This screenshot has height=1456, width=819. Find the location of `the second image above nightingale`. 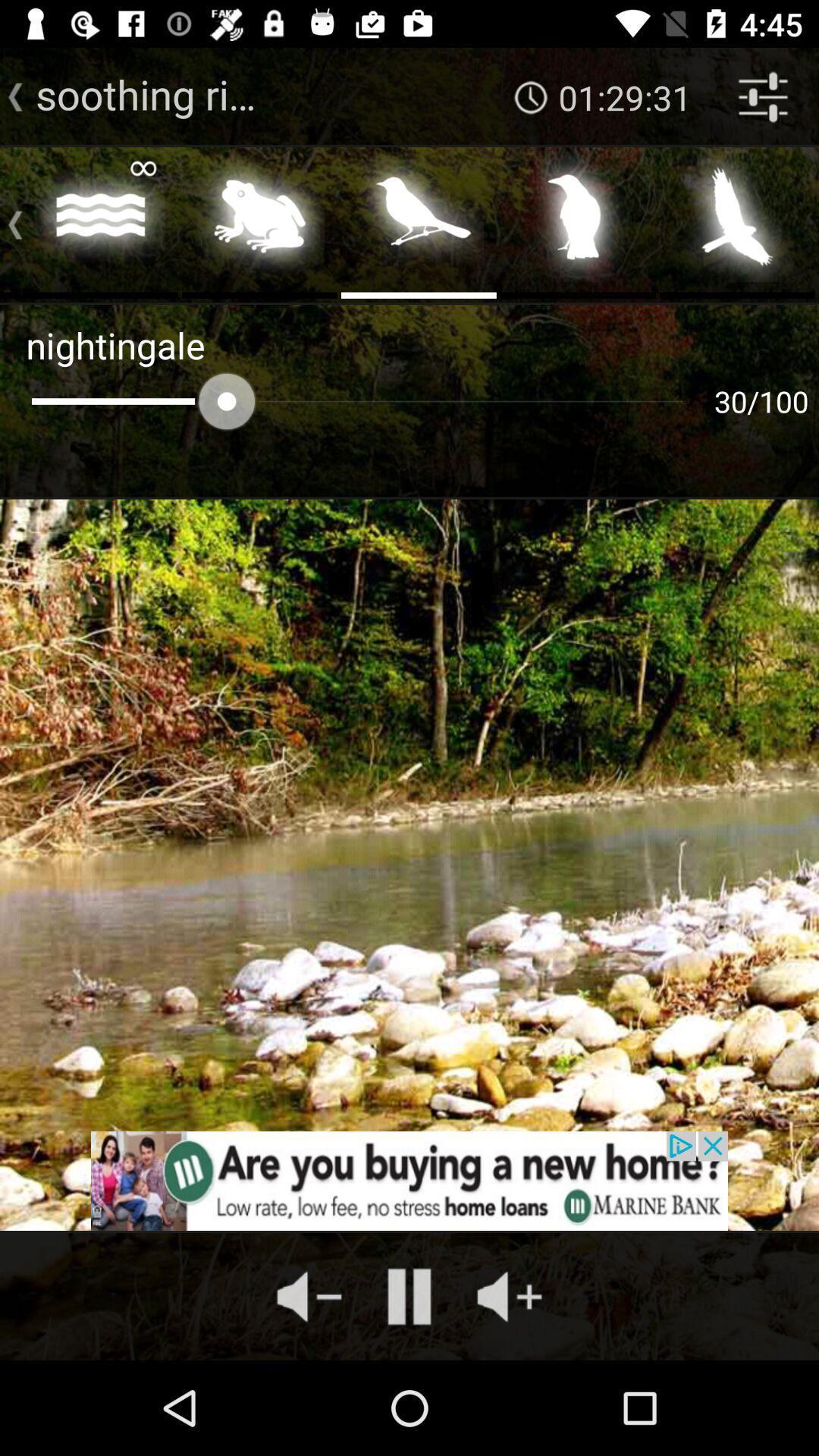

the second image above nightingale is located at coordinates (259, 221).